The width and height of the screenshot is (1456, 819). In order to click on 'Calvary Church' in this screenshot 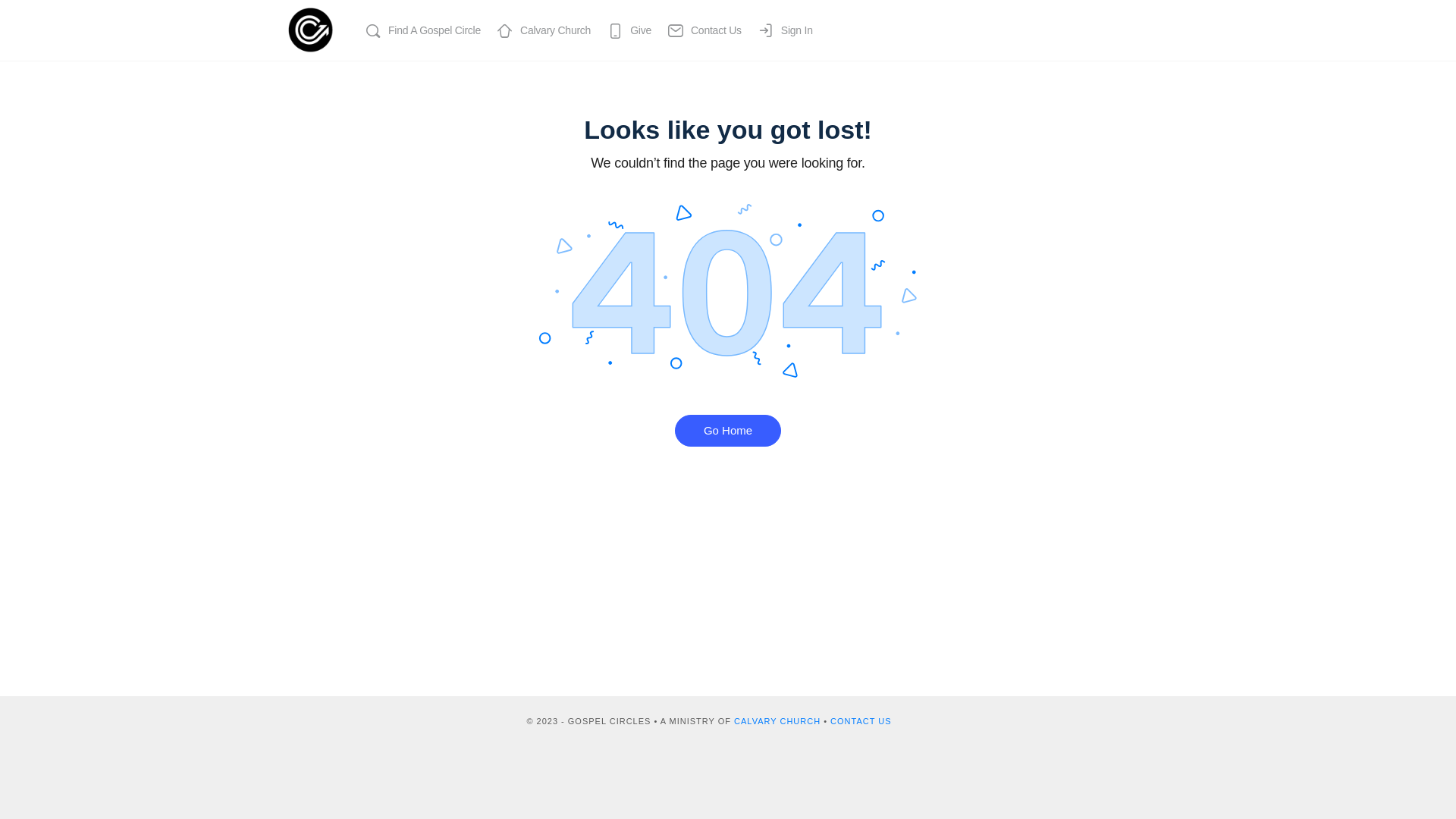, I will do `click(495, 30)`.